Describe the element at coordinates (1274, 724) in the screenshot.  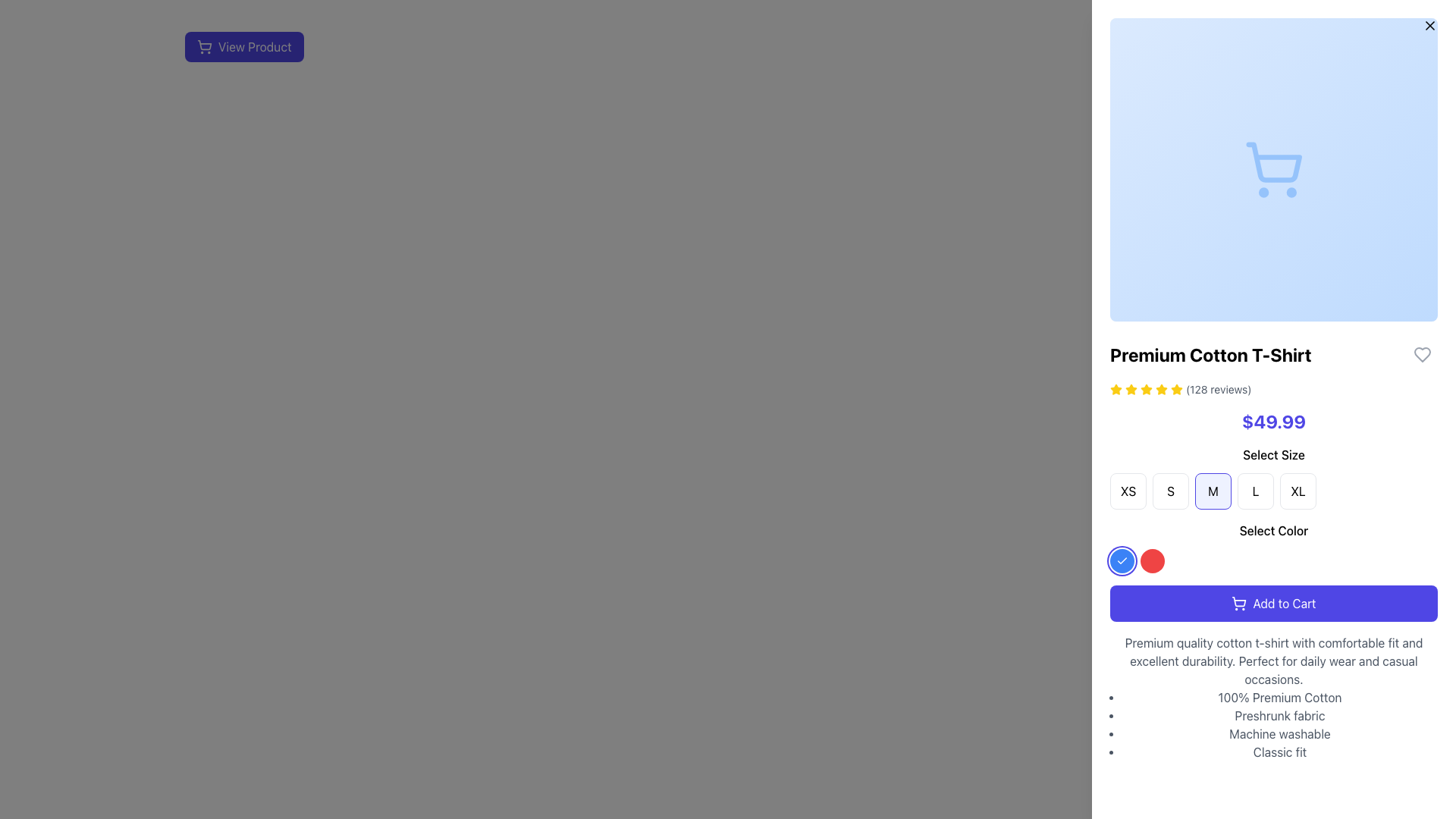
I see `list of text items with bullets that includes '100% Premium Cotton', 'Preshrunk fabric', 'Machine washable', and 'Classic fit' located near the bottom of the product information panel` at that location.